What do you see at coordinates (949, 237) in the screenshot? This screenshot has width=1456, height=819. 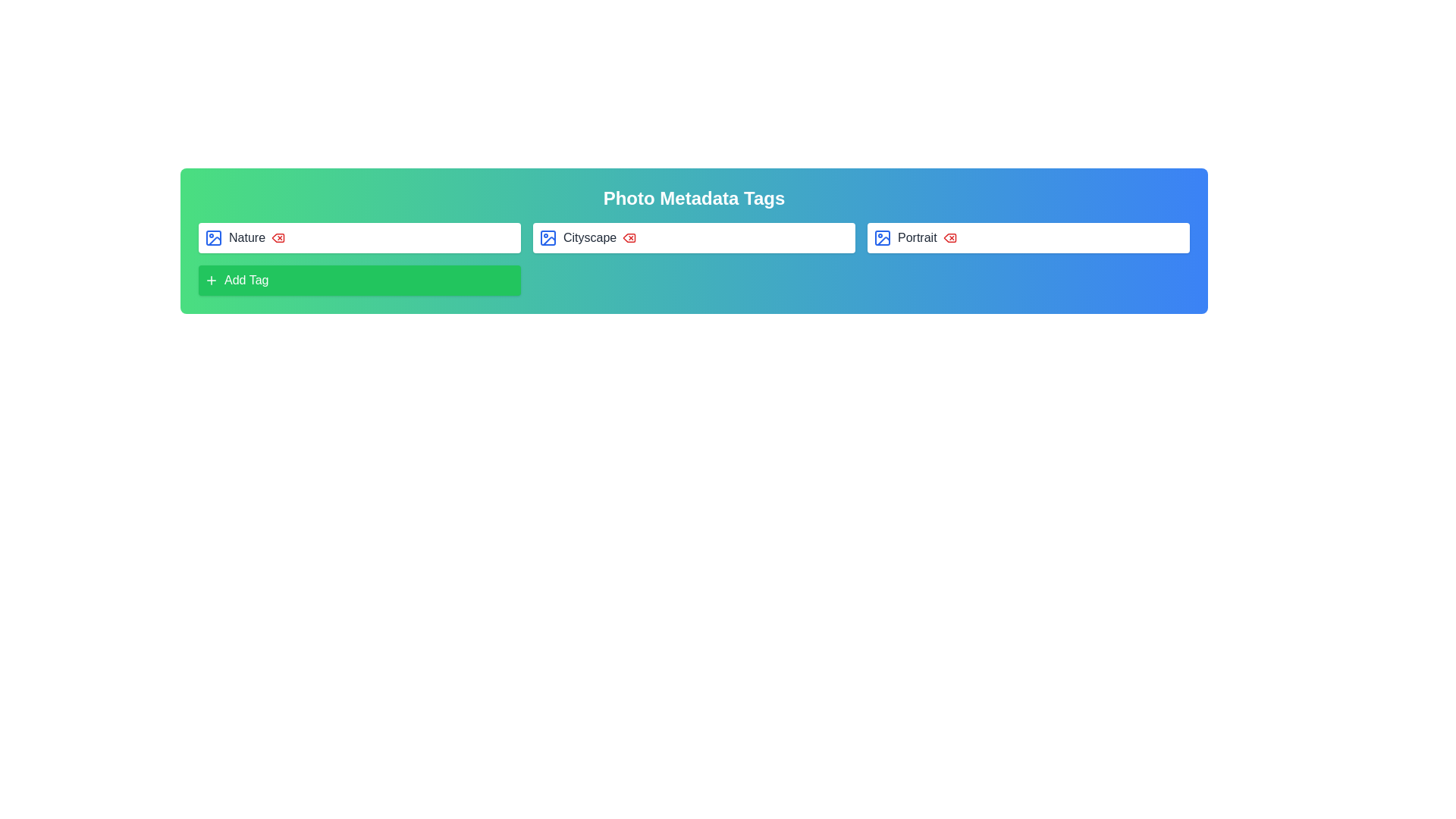 I see `the delete button located to the right of the 'Portrait' label in the third tag row of the metadata tags section` at bounding box center [949, 237].